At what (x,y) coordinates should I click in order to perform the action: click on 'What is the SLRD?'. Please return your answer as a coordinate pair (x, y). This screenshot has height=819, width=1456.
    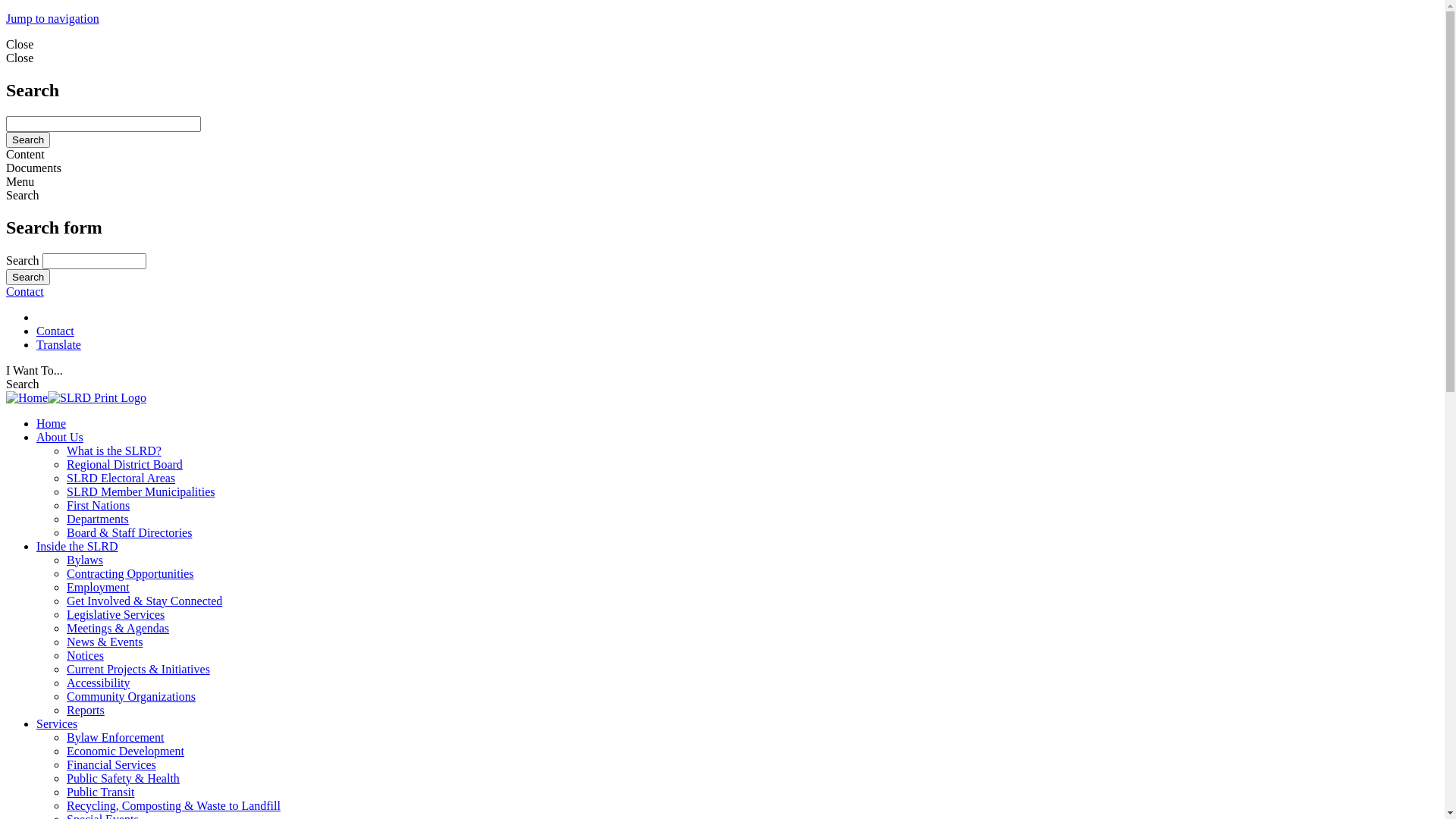
    Looking at the image, I should click on (113, 450).